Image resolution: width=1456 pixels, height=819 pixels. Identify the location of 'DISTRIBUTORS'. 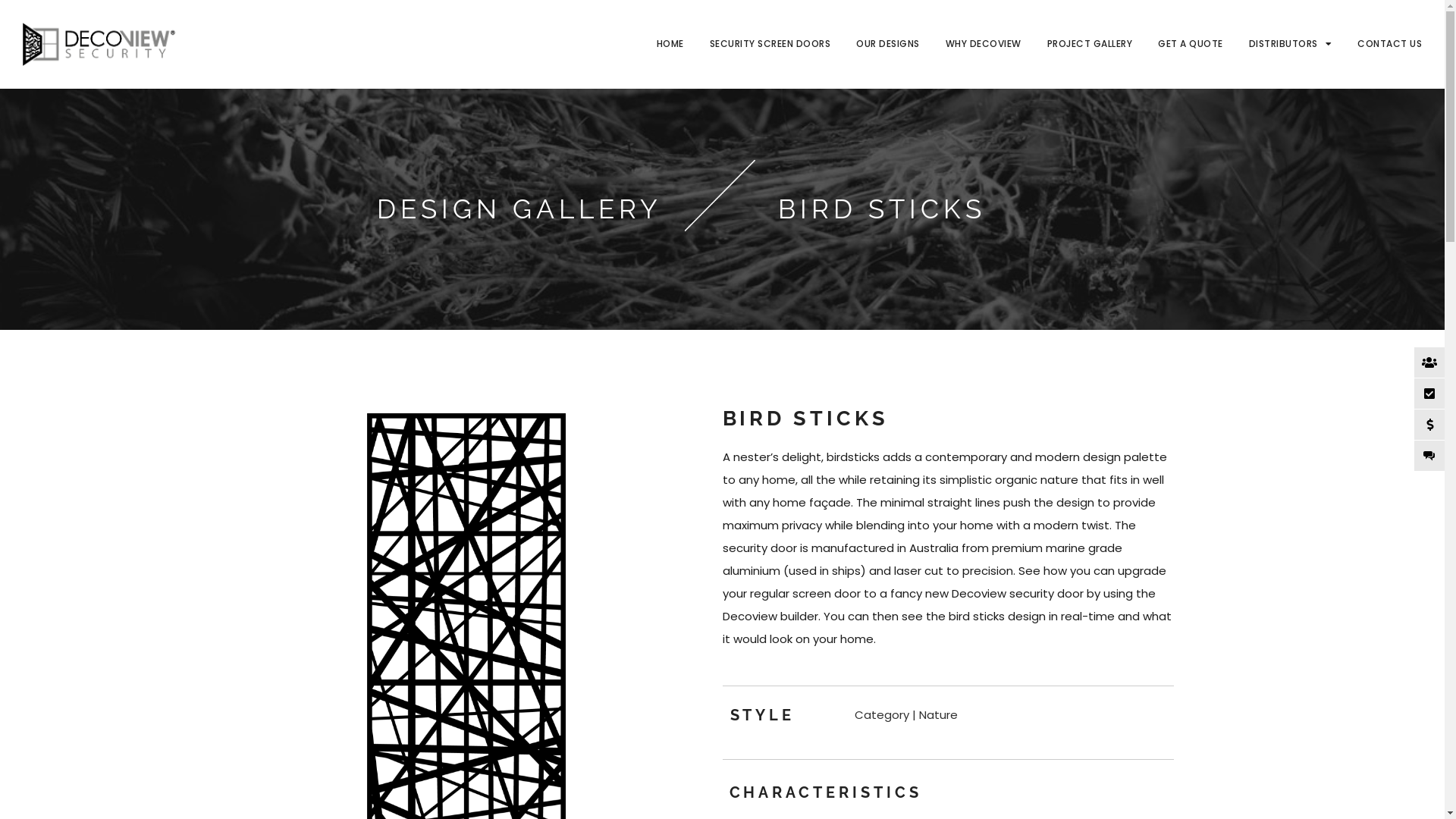
(1288, 42).